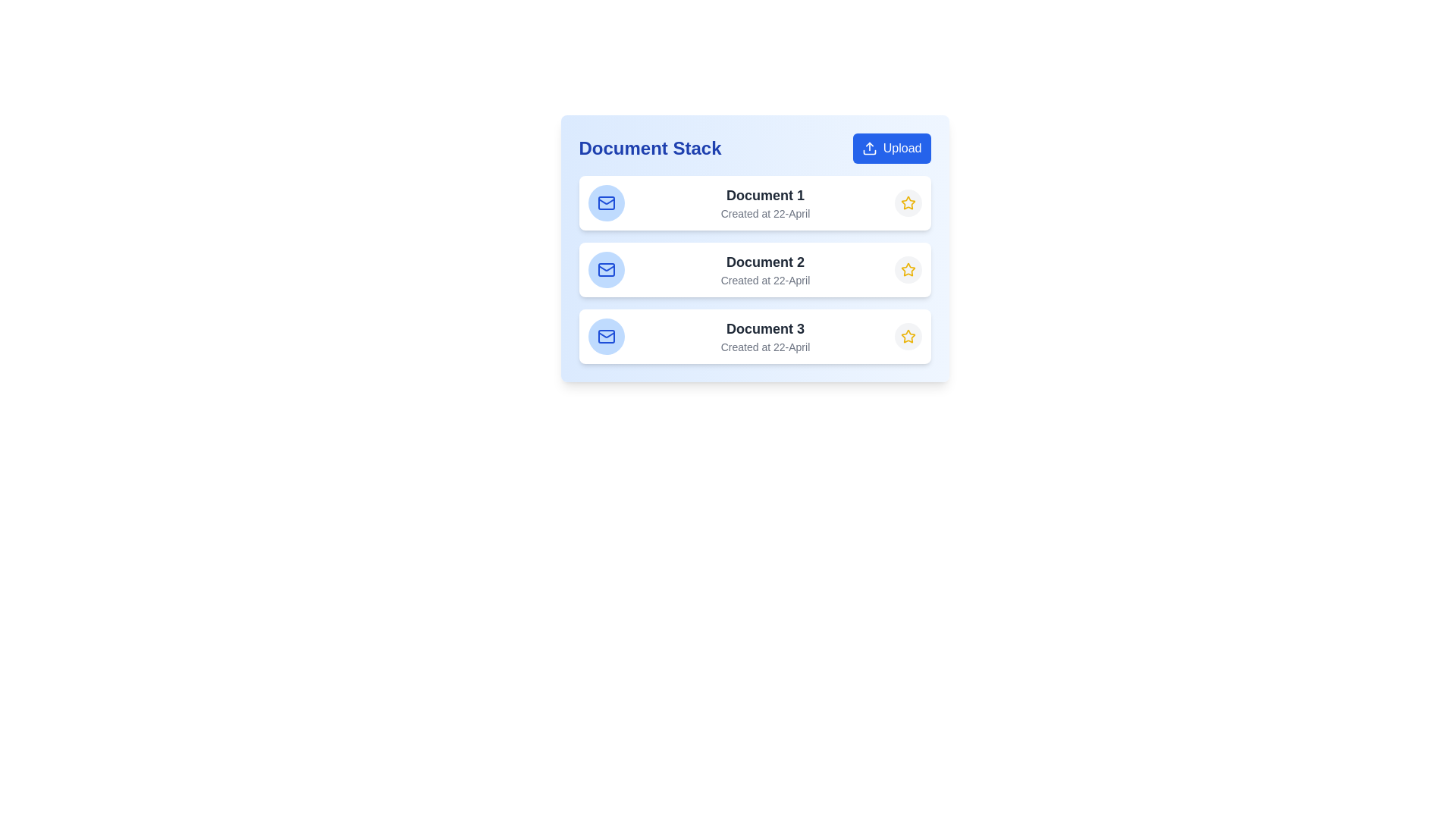 The height and width of the screenshot is (819, 1456). What do you see at coordinates (605, 335) in the screenshot?
I see `the circular blue icon with a white envelope illustration, located on the left side of the list item labeled 'Document 3' in the third row of the vertical list to highlight or interact with it` at bounding box center [605, 335].